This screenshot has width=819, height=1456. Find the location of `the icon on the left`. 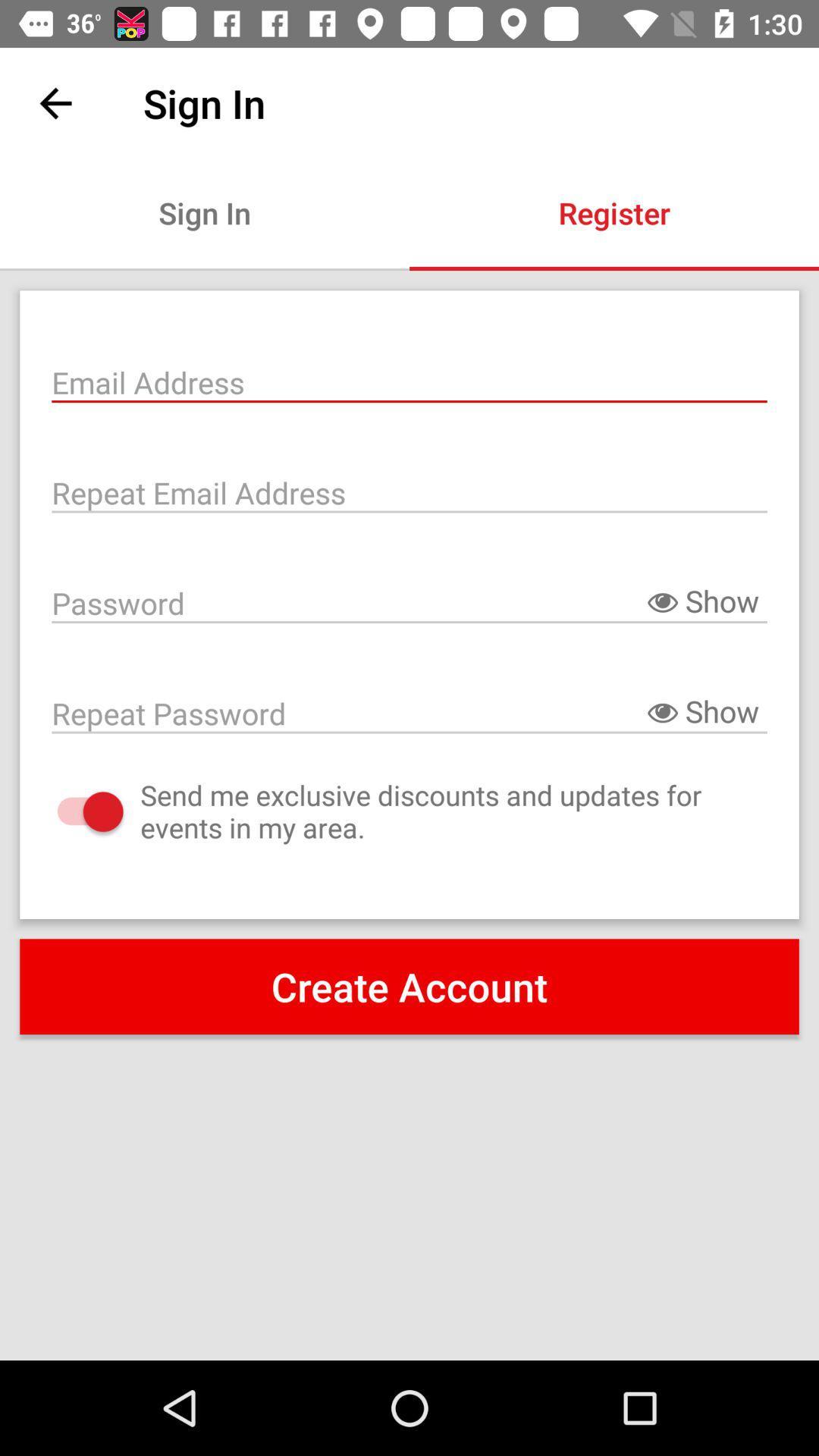

the icon on the left is located at coordinates (75, 811).